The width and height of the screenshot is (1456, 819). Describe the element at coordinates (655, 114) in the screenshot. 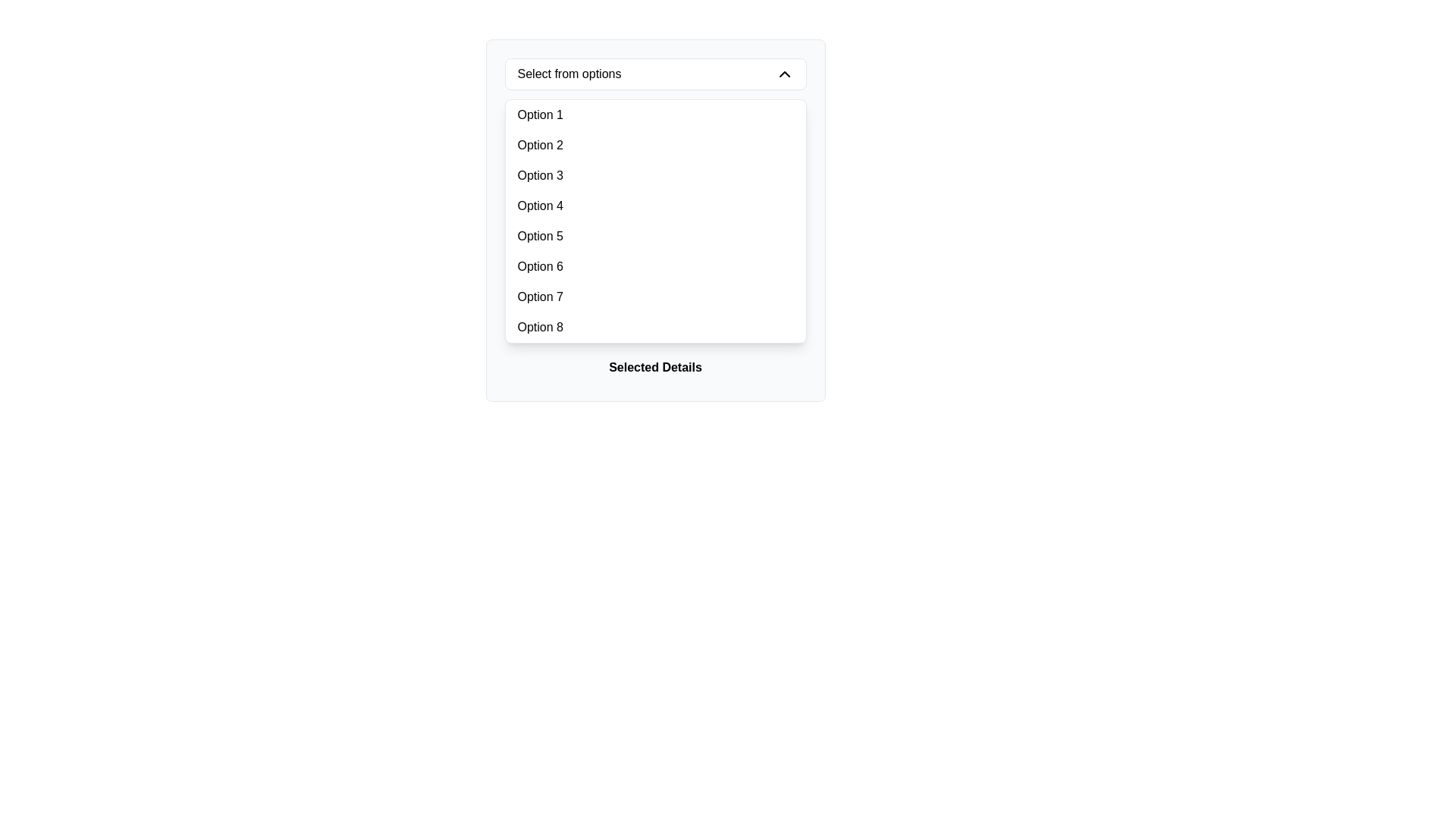

I see `the first item 'Option 1' in the dropdown menu` at that location.